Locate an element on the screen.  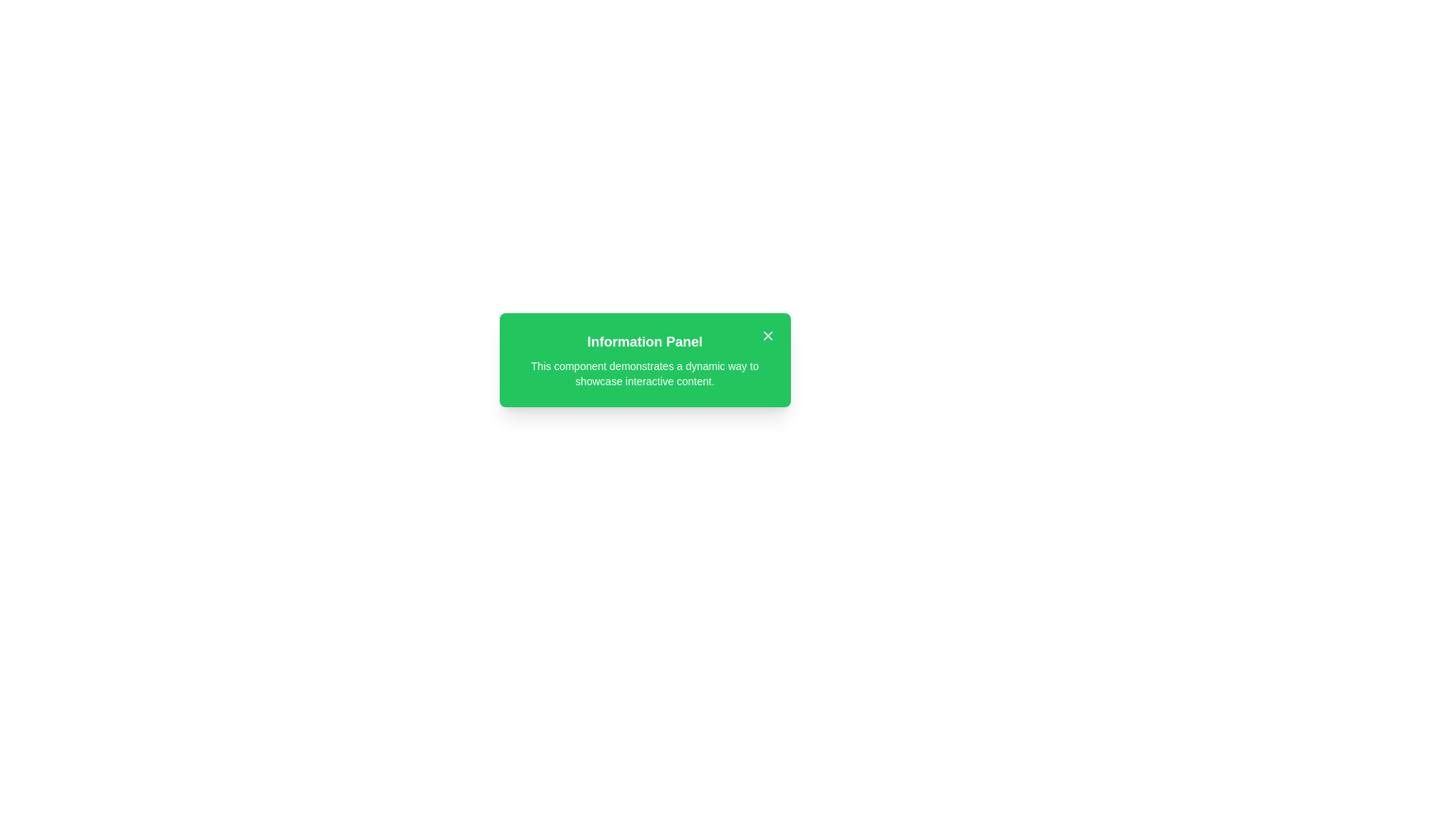
the Informational panel, which has a green background and white text, featuring a bold title 'Information Panel' and a close 'x' icon at the top-right corner is located at coordinates (645, 359).